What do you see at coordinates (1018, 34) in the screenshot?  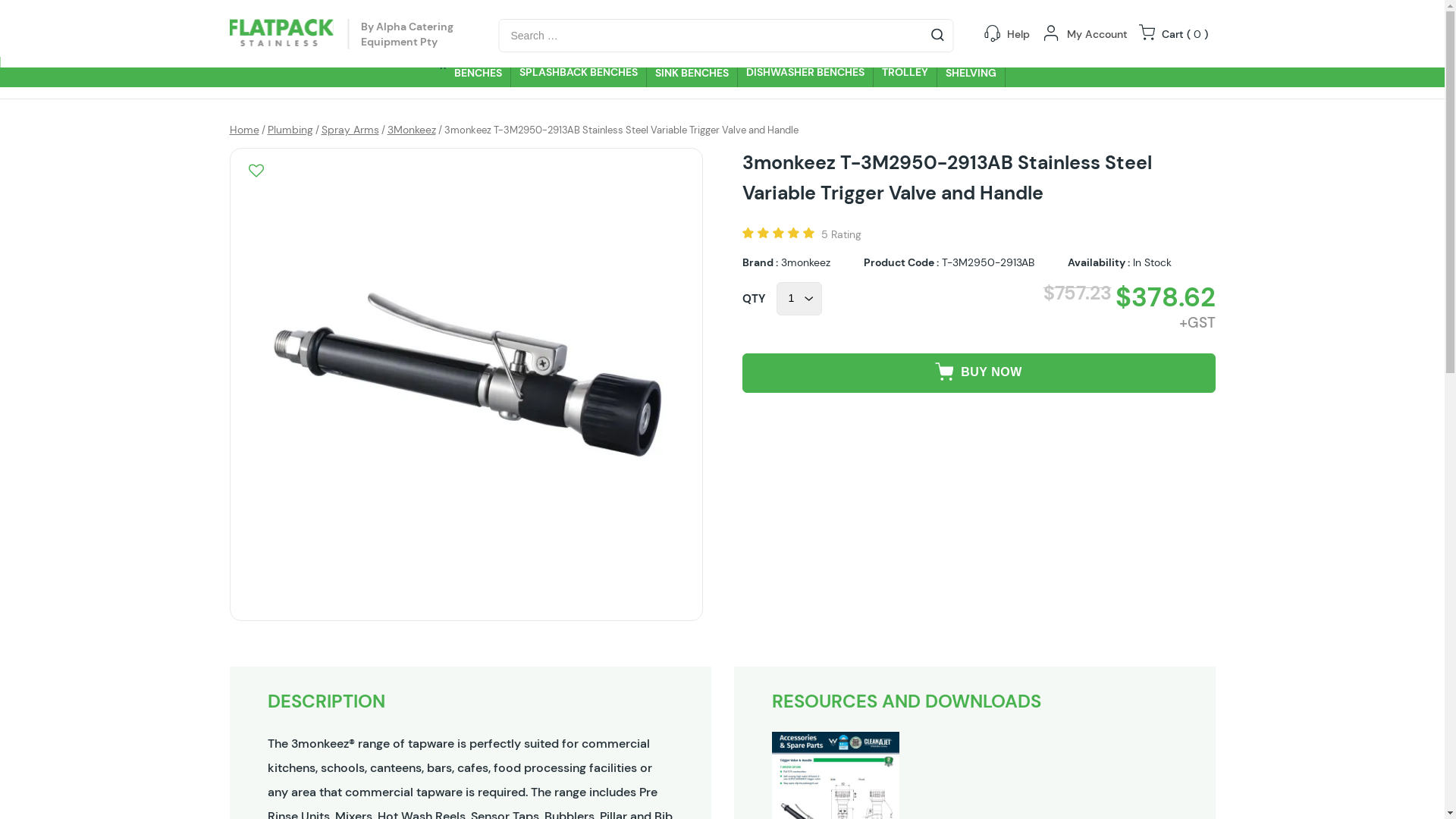 I see `'Help'` at bounding box center [1018, 34].